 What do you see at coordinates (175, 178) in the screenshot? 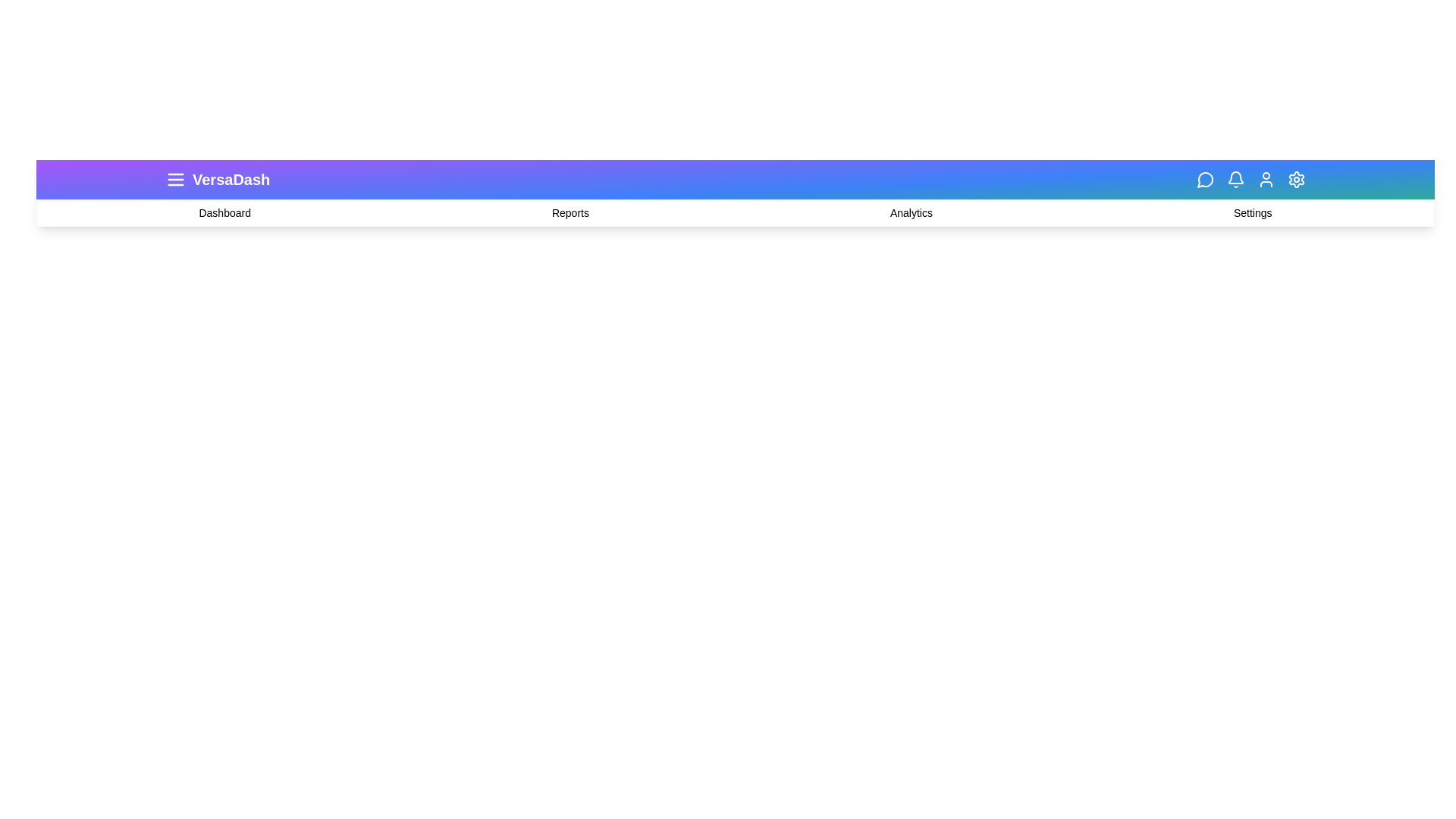
I see `the menu icon to toggle the menu visibility` at bounding box center [175, 178].